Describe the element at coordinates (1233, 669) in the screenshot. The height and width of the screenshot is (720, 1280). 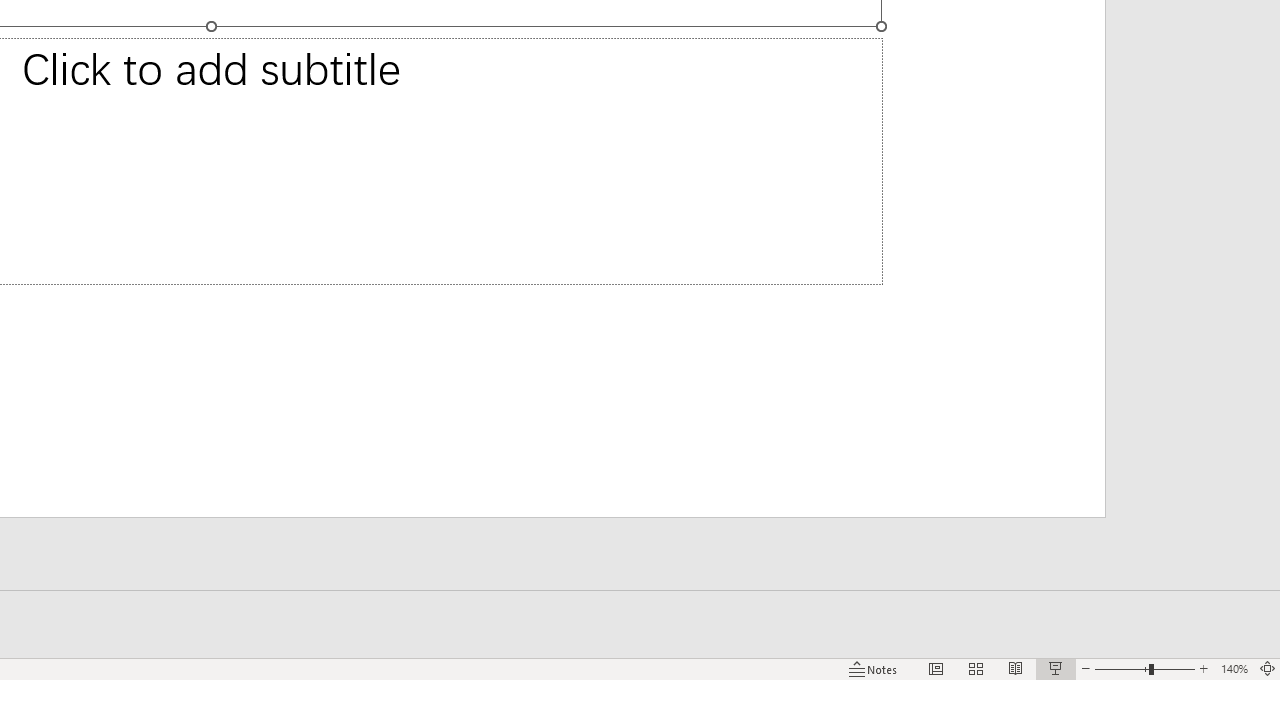
I see `'Zoom 140%'` at that location.